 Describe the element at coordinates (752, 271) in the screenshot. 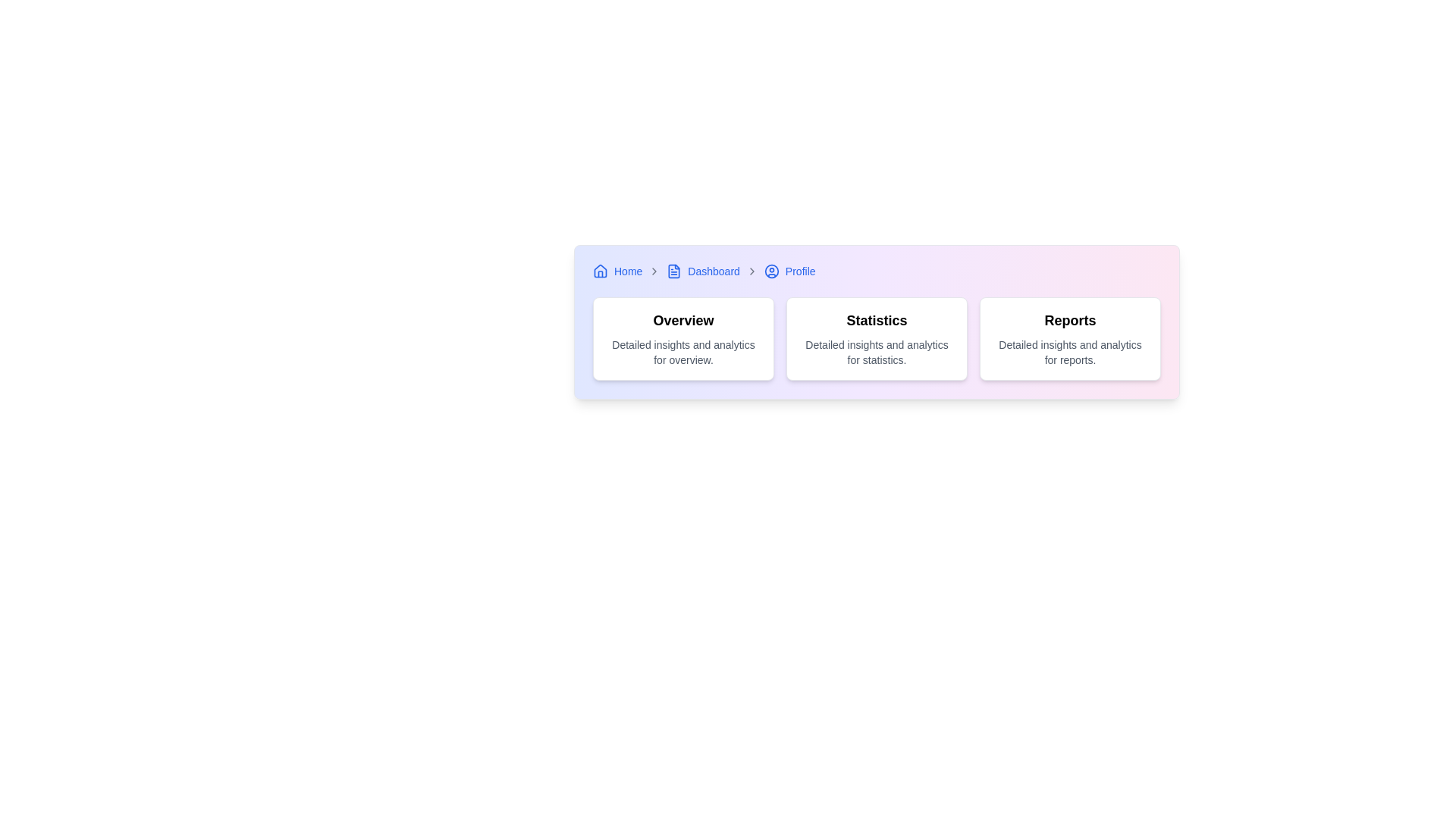

I see `the right-pointing gray chevron icon that separates the 'Dashboard' link and the 'Profile' text in the breadcrumb navigation` at that location.